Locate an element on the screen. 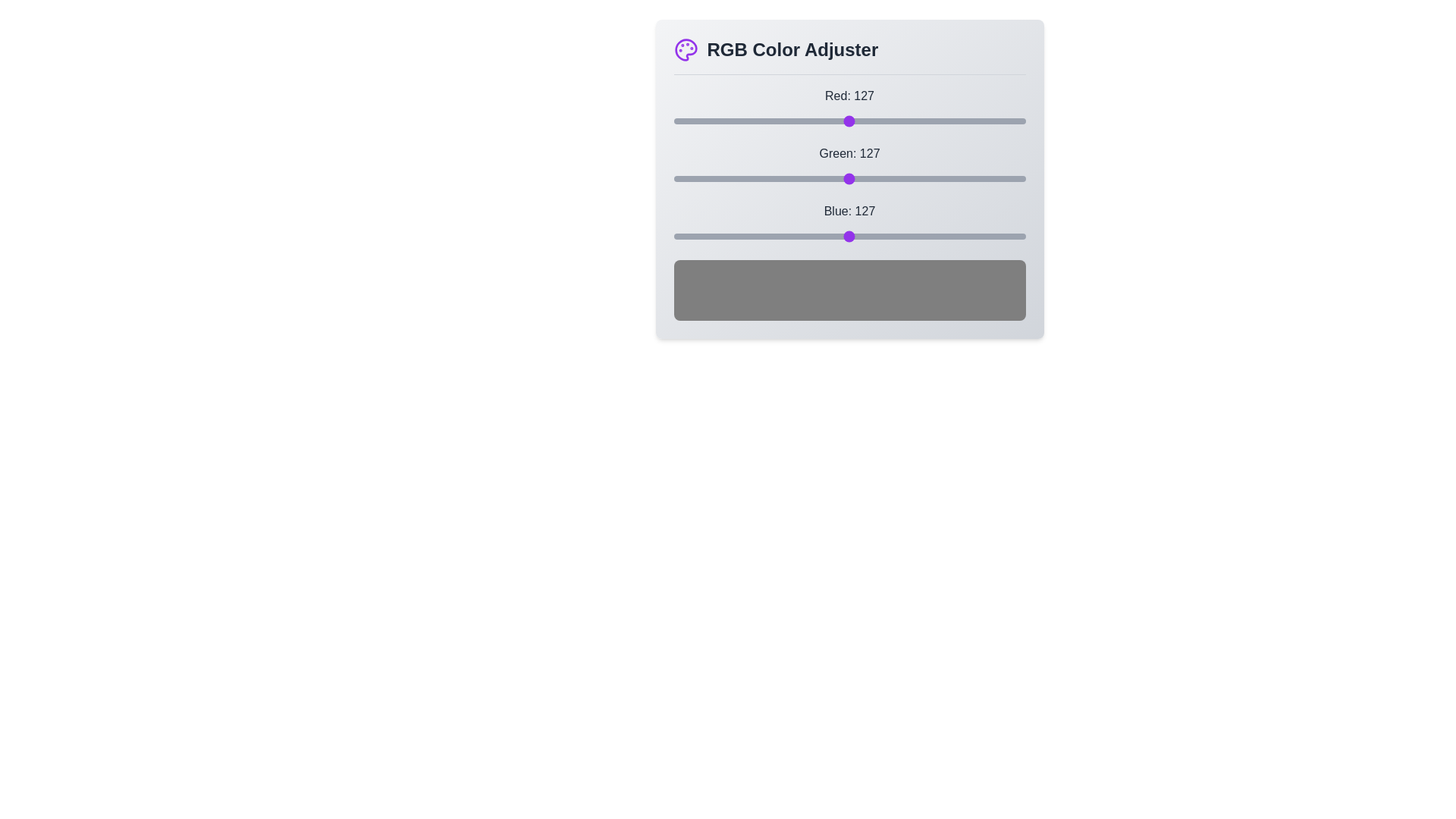 The height and width of the screenshot is (819, 1456). the green slider to set the green value to 77 is located at coordinates (780, 177).